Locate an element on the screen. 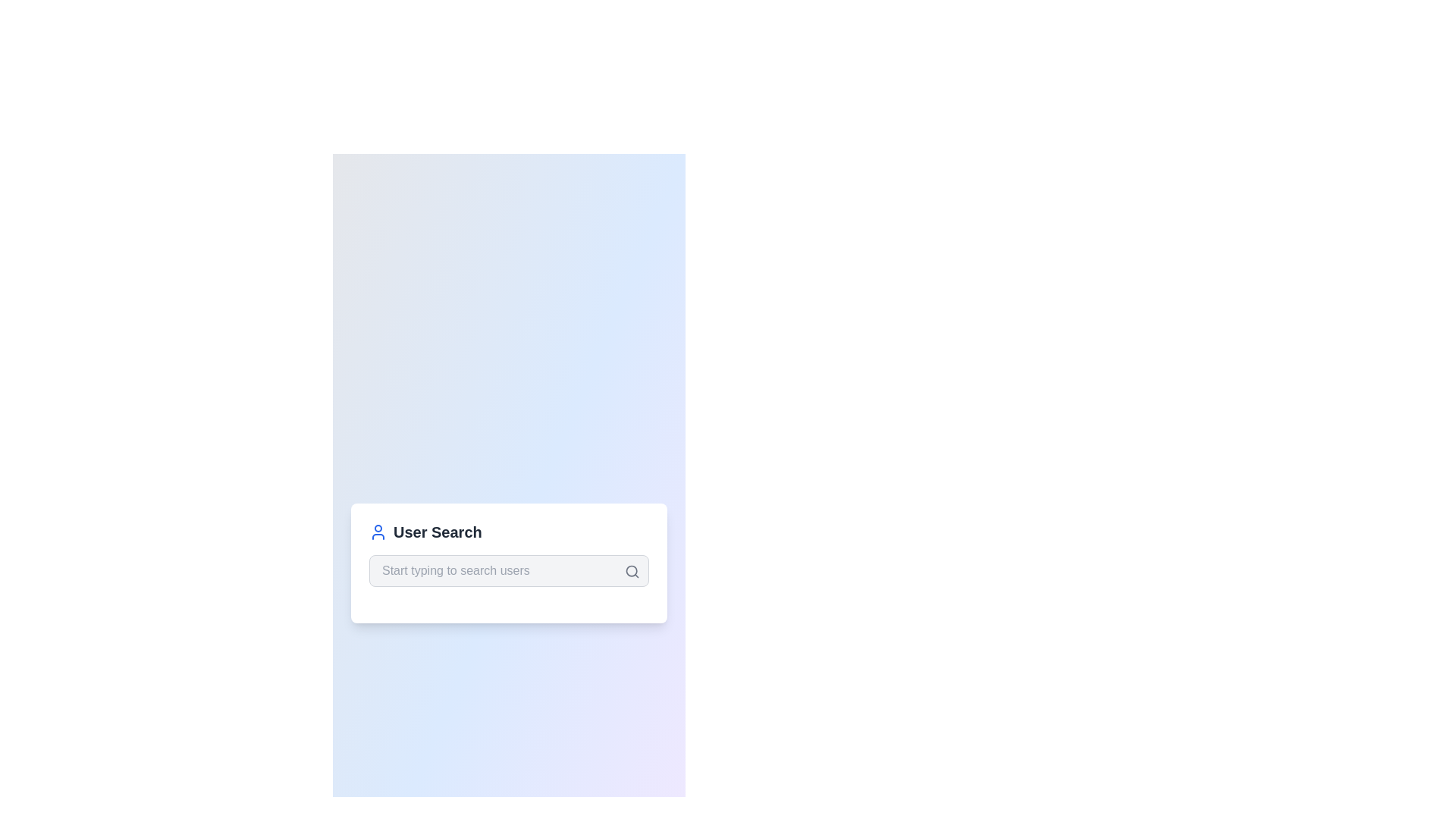  the search icon button, which is a gray magnifying glass located at the top-right corner of the input field, to initiate a search is located at coordinates (632, 571).